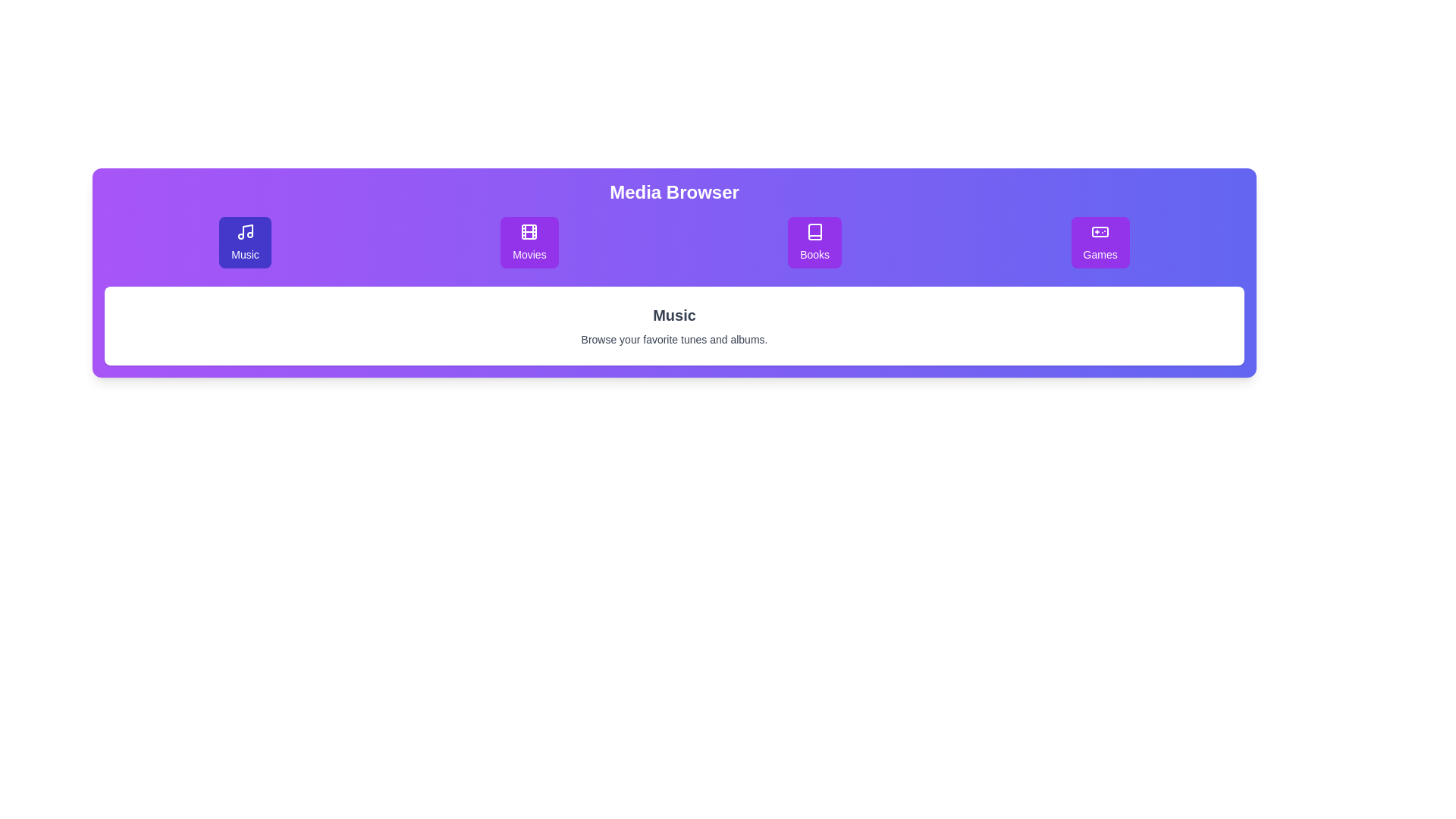 This screenshot has width=1456, height=819. Describe the element at coordinates (529, 231) in the screenshot. I see `the rounded rectangular shape within the 'Movies' icon that is styled with no visible fill` at that location.